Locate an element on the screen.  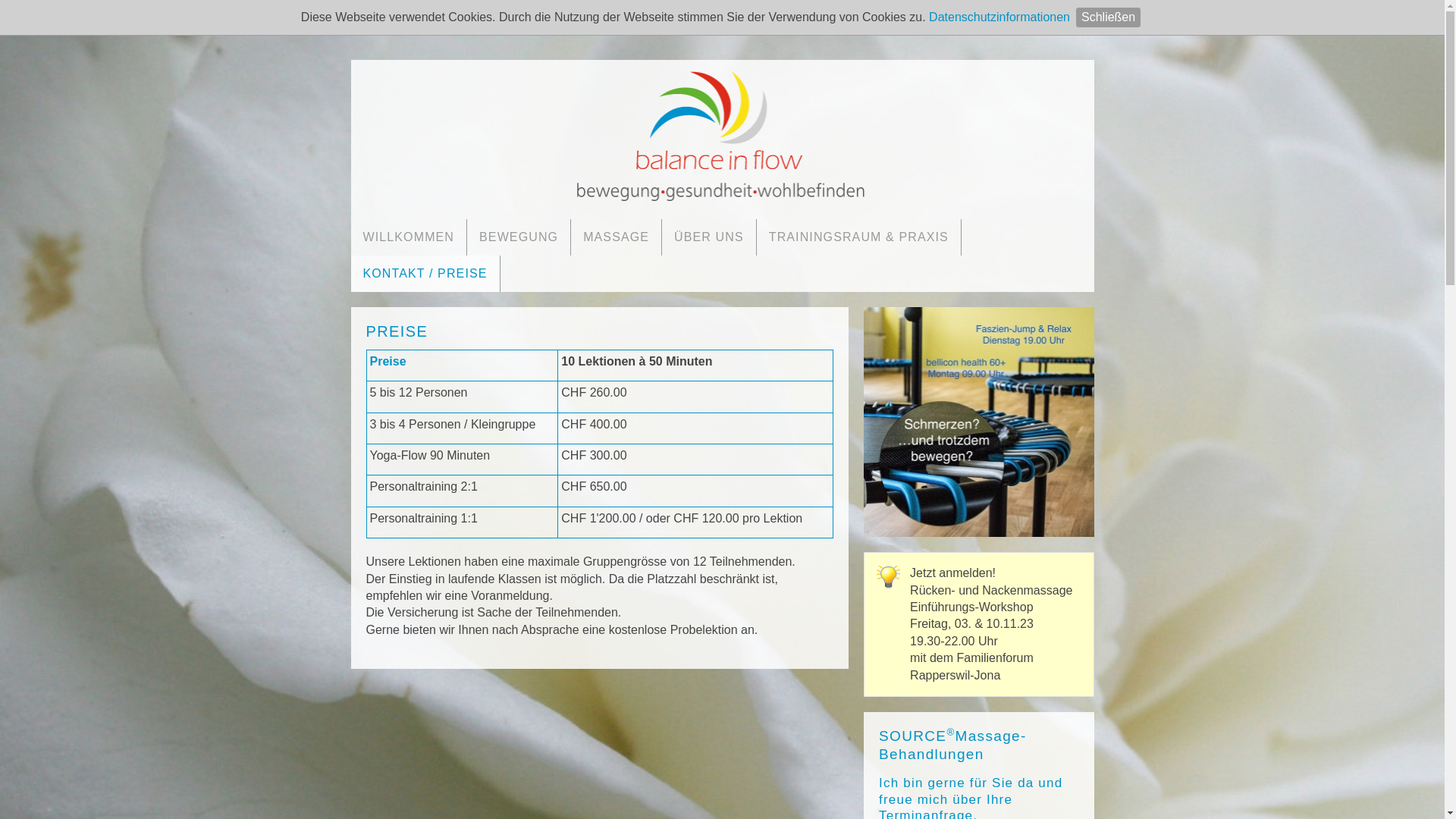
'Zur Startseite' is located at coordinates (720, 133).